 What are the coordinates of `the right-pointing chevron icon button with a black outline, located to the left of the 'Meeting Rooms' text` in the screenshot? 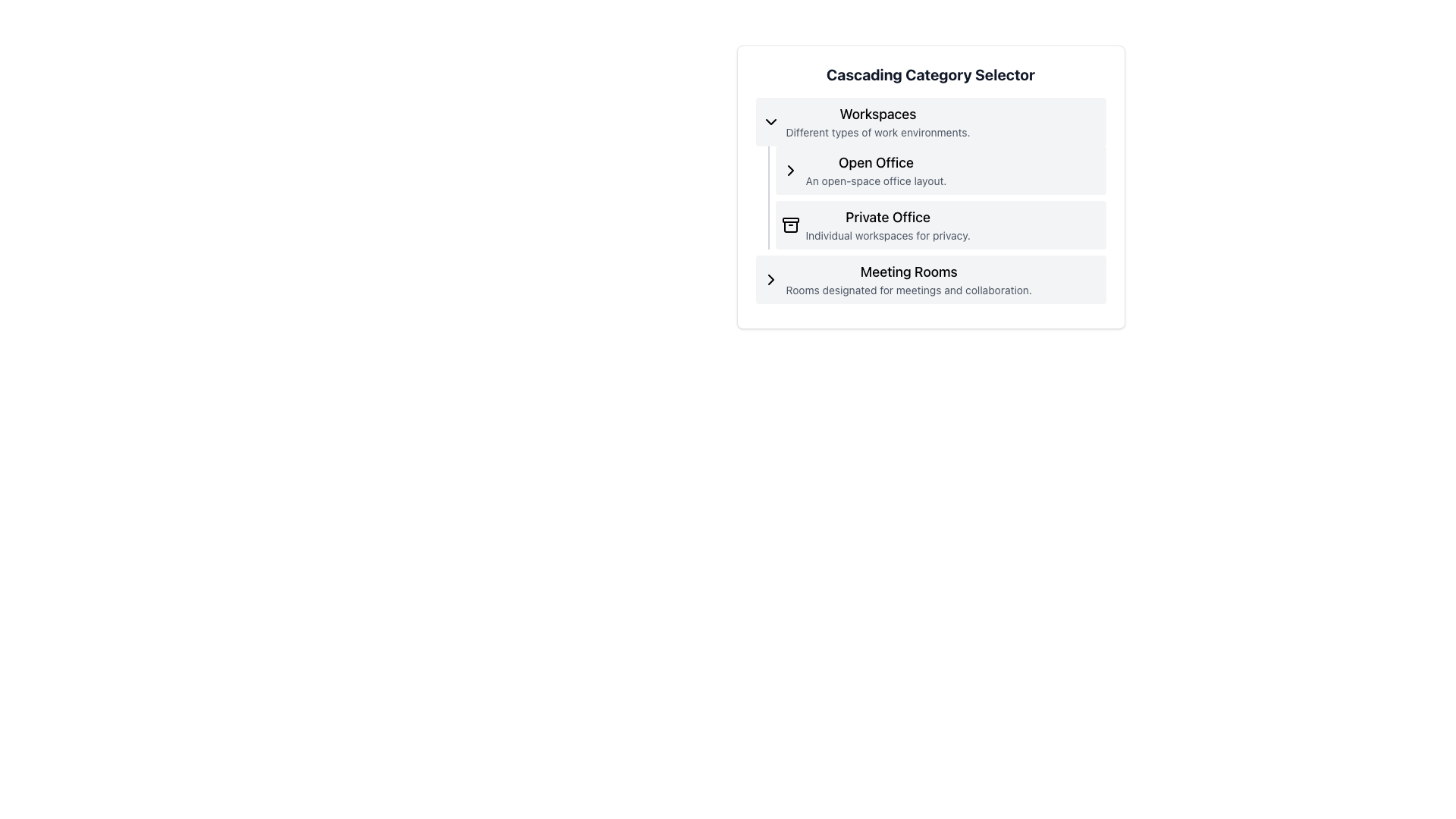 It's located at (770, 280).